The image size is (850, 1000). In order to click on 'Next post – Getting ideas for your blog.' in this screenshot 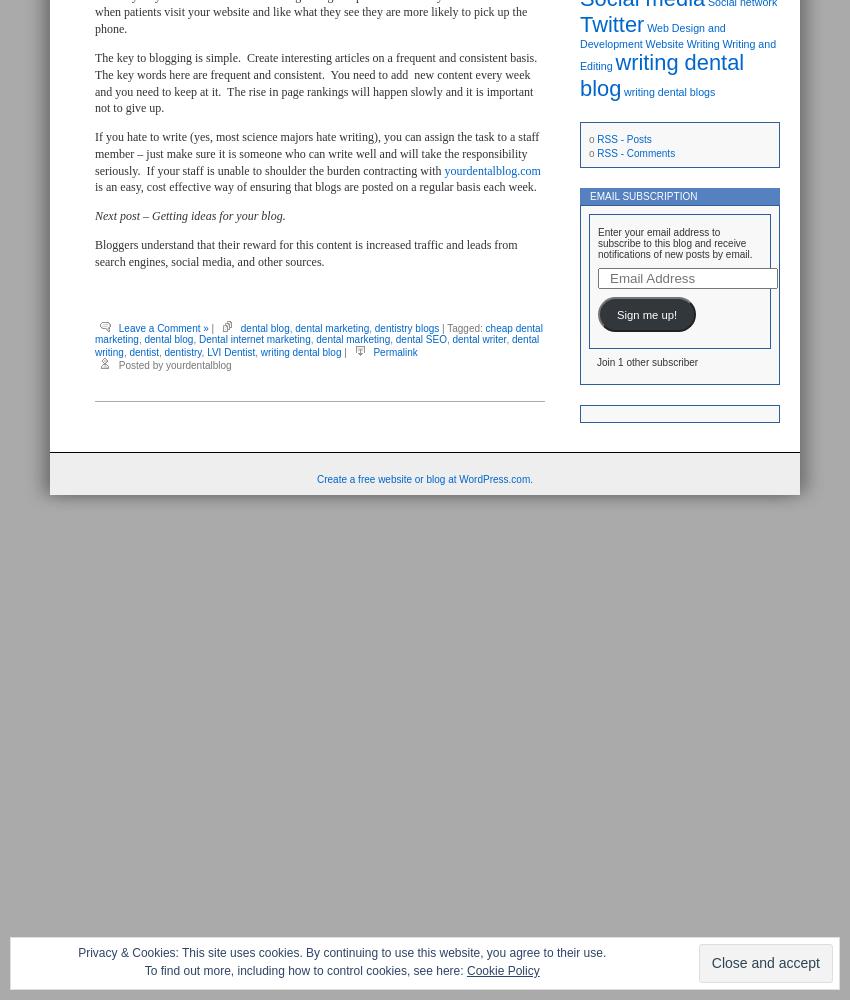, I will do `click(188, 215)`.